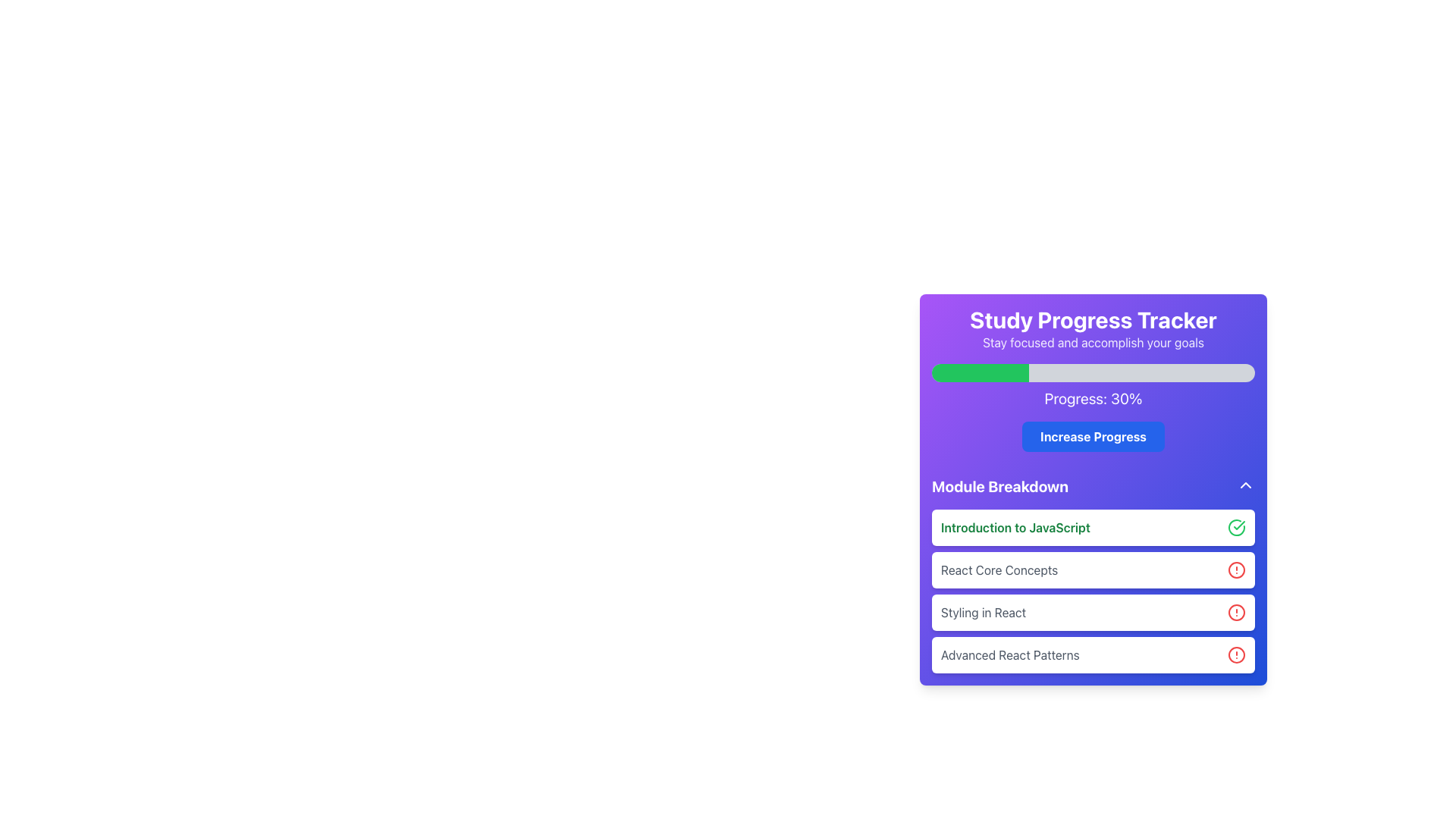  What do you see at coordinates (1093, 575) in the screenshot?
I see `the 'React Core Concepts' list item element with a red circular icon in the 'Module Breakdown' section` at bounding box center [1093, 575].